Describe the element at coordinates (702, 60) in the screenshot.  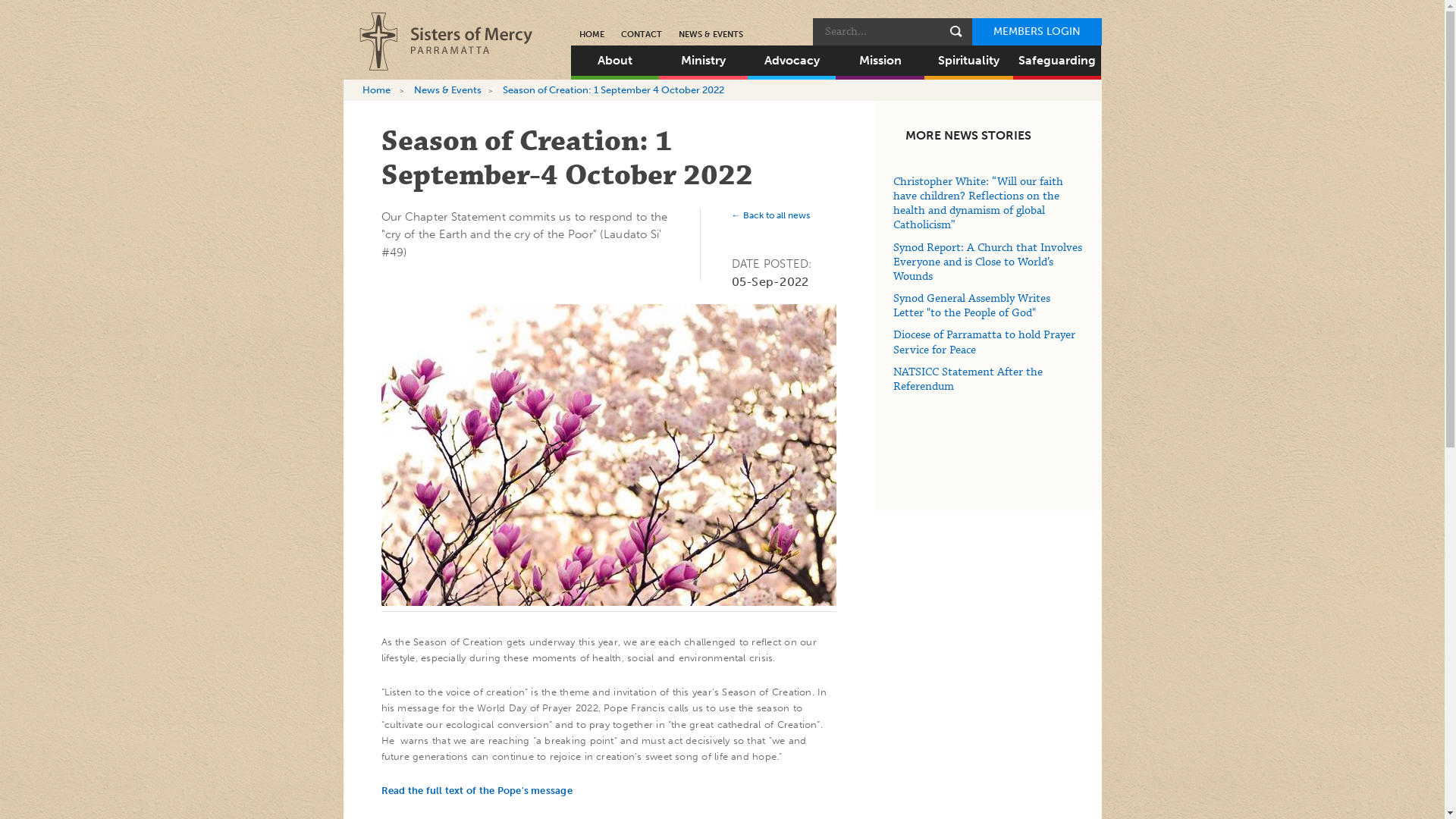
I see `'Ministry'` at that location.